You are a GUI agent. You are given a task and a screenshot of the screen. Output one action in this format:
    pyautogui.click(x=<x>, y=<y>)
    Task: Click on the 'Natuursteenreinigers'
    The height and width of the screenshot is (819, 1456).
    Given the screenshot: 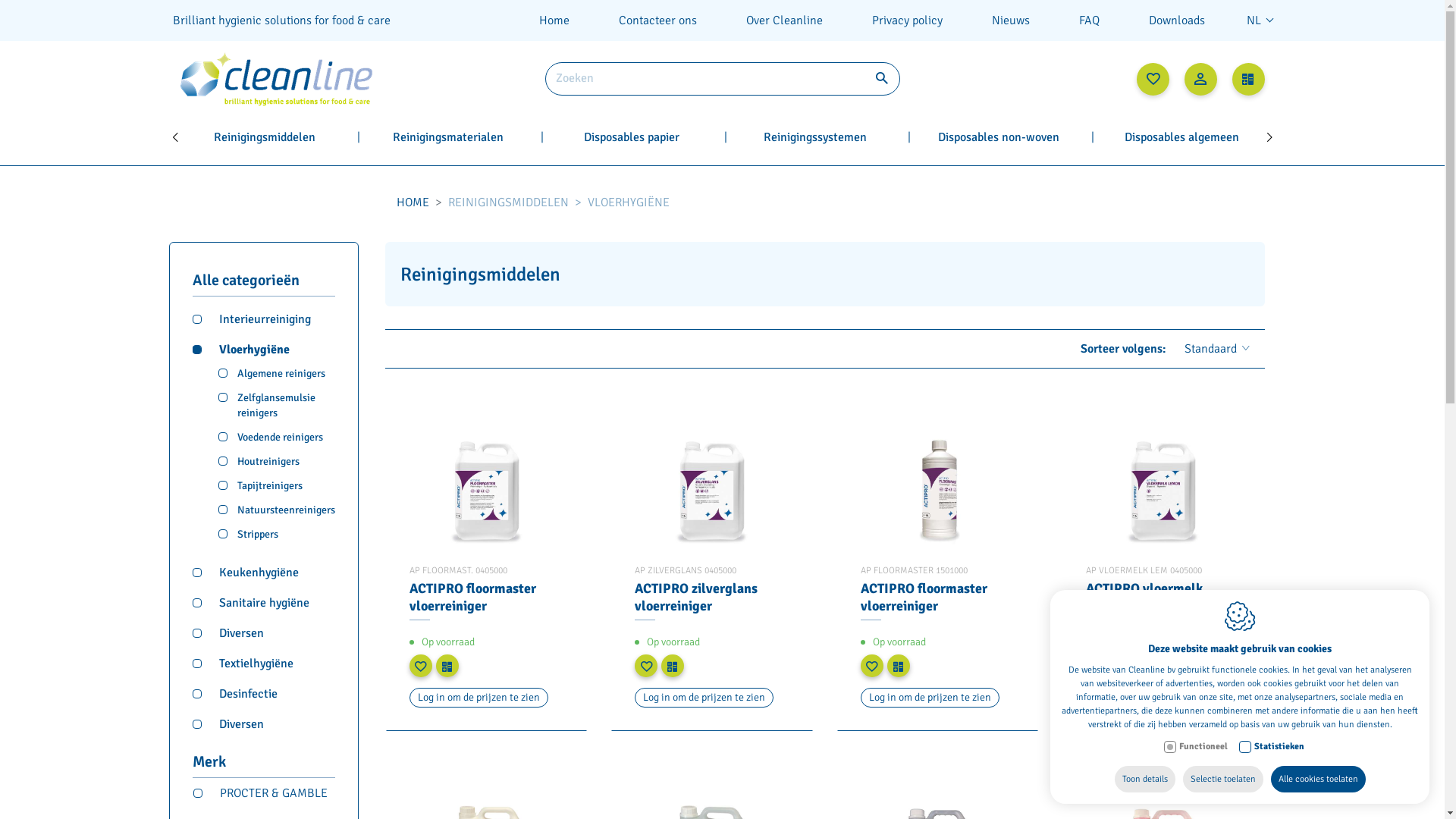 What is the action you would take?
    pyautogui.click(x=276, y=506)
    